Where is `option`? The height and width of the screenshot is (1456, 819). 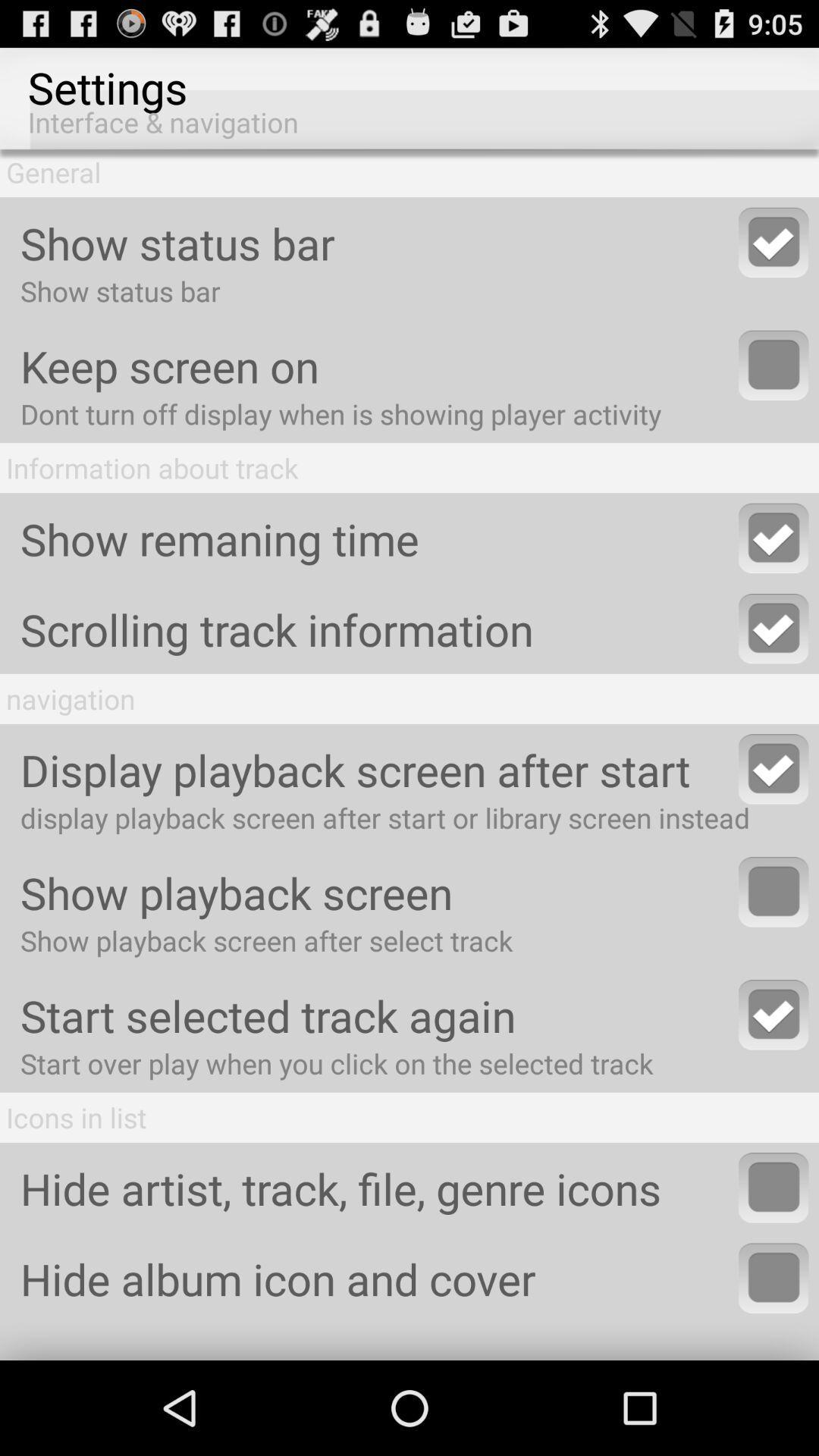
option is located at coordinates (773, 1015).